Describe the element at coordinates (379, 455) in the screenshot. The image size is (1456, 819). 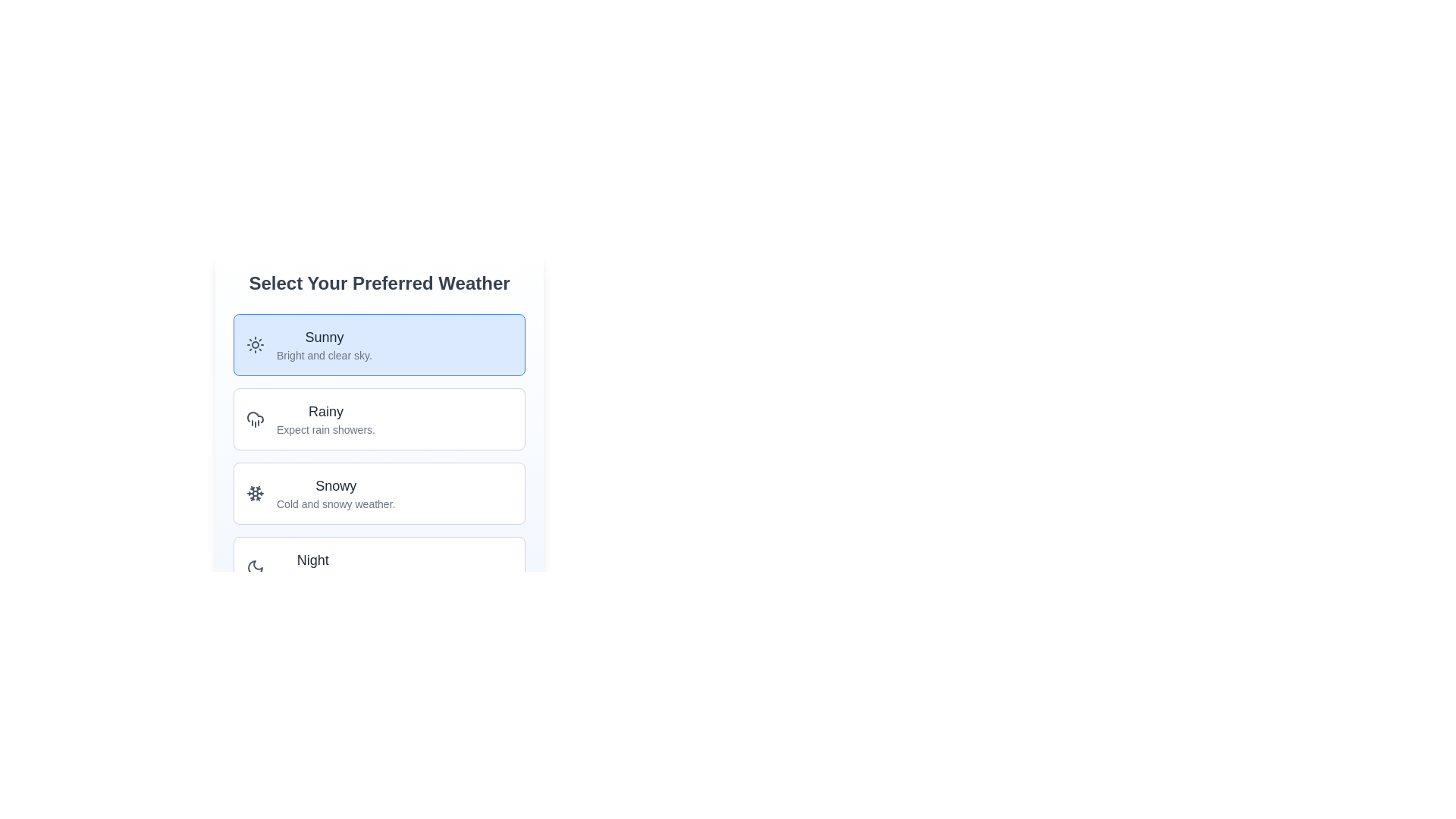
I see `the selectable weather option titled 'Rainy' which is the second option under 'Select Your Preferred Weather'` at that location.